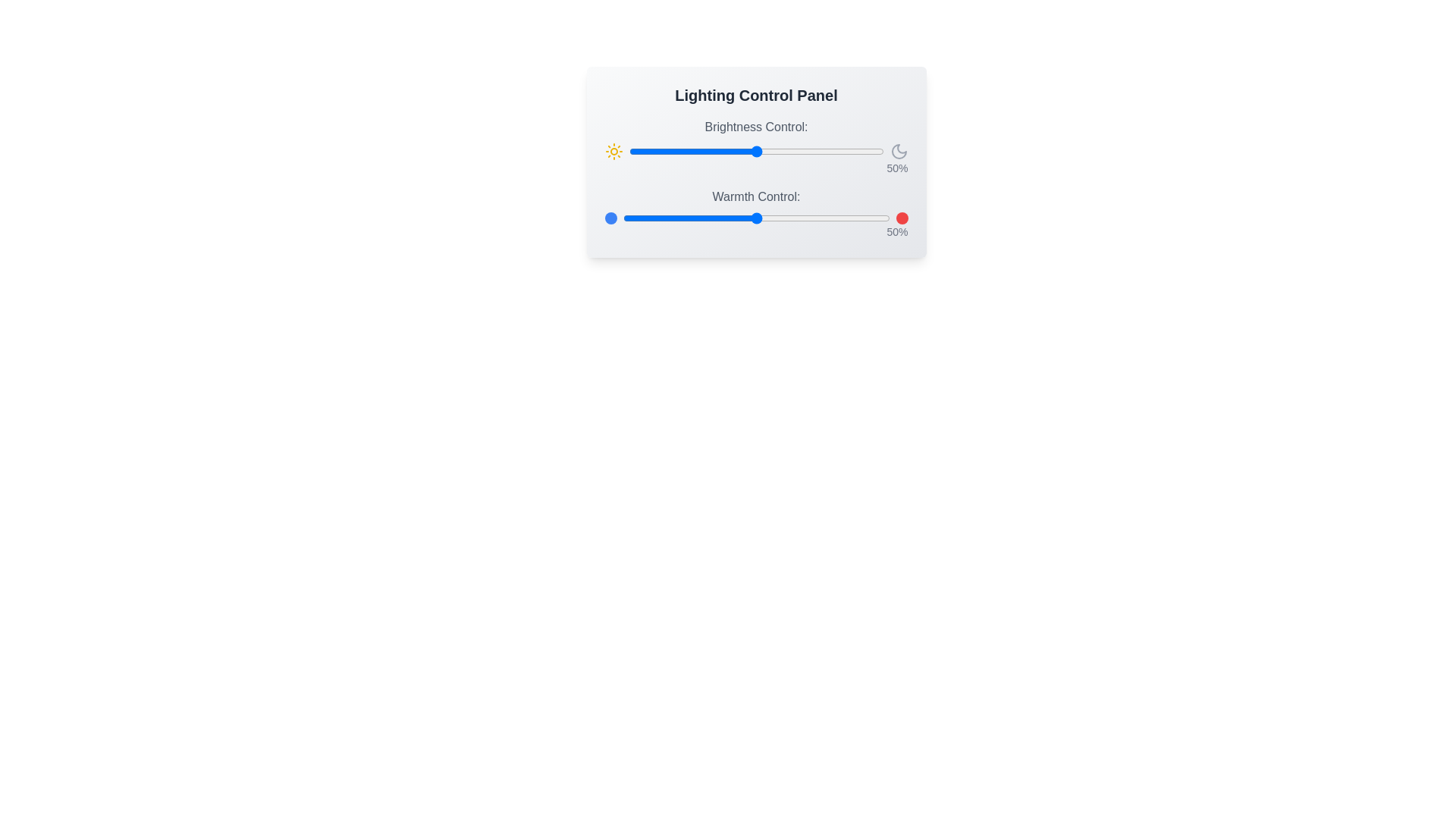  I want to click on the warmth control slider component, which features a blue highlight and a circular marker set at 50%, so click(756, 213).